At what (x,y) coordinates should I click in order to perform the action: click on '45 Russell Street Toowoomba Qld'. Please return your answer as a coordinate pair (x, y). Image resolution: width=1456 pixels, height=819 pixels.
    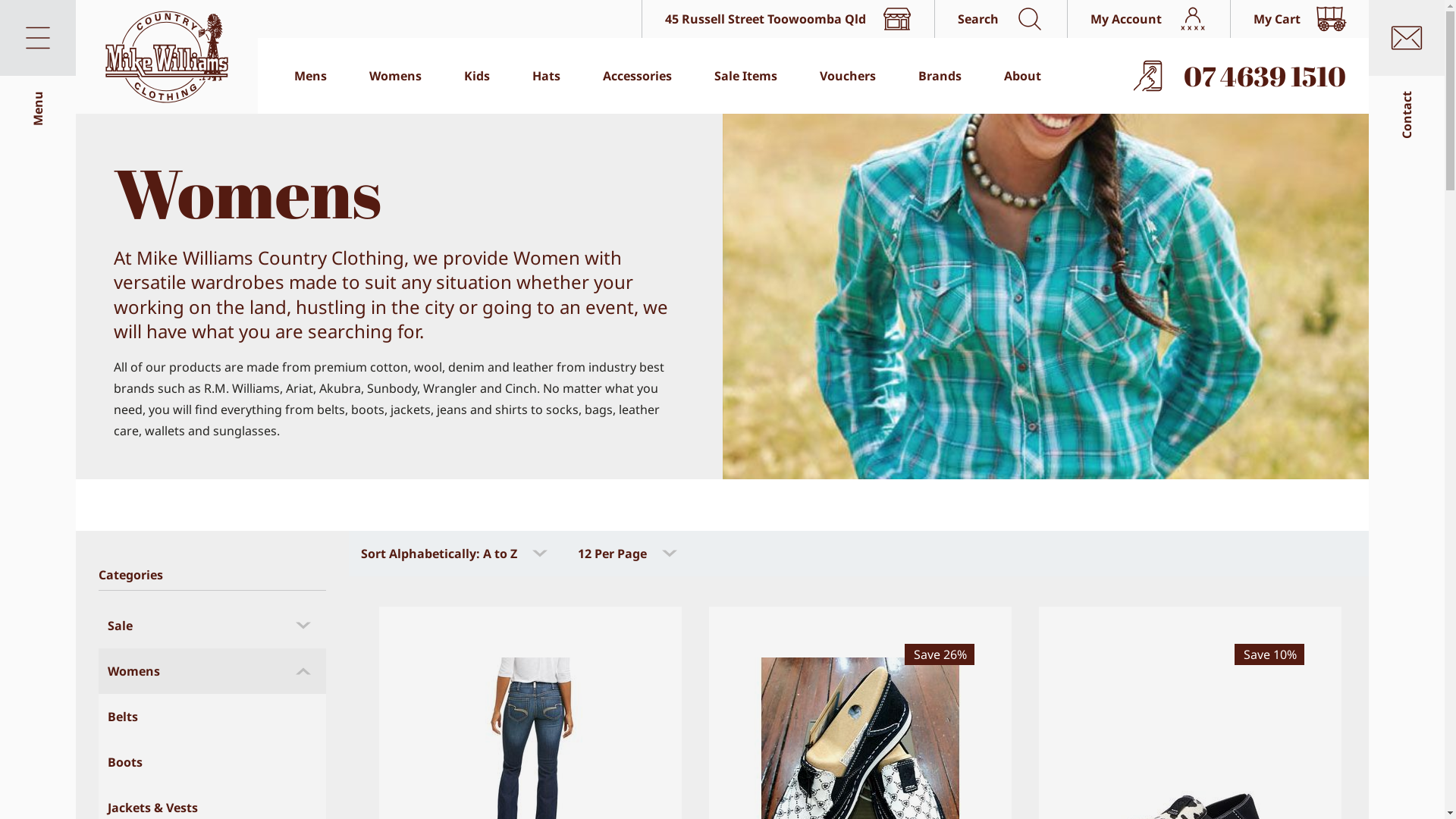
    Looking at the image, I should click on (787, 18).